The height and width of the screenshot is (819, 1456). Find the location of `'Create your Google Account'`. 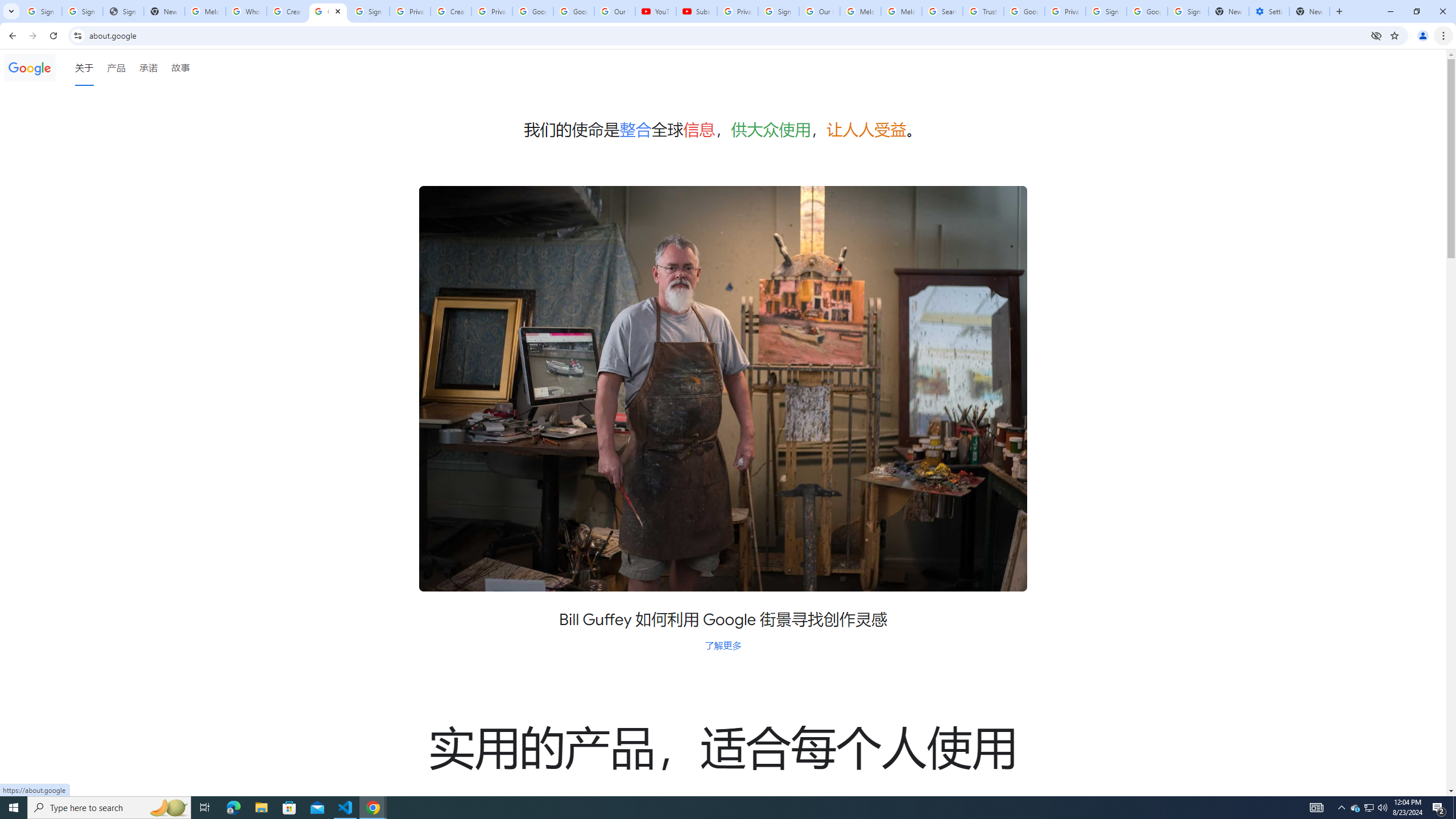

'Create your Google Account' is located at coordinates (450, 11).